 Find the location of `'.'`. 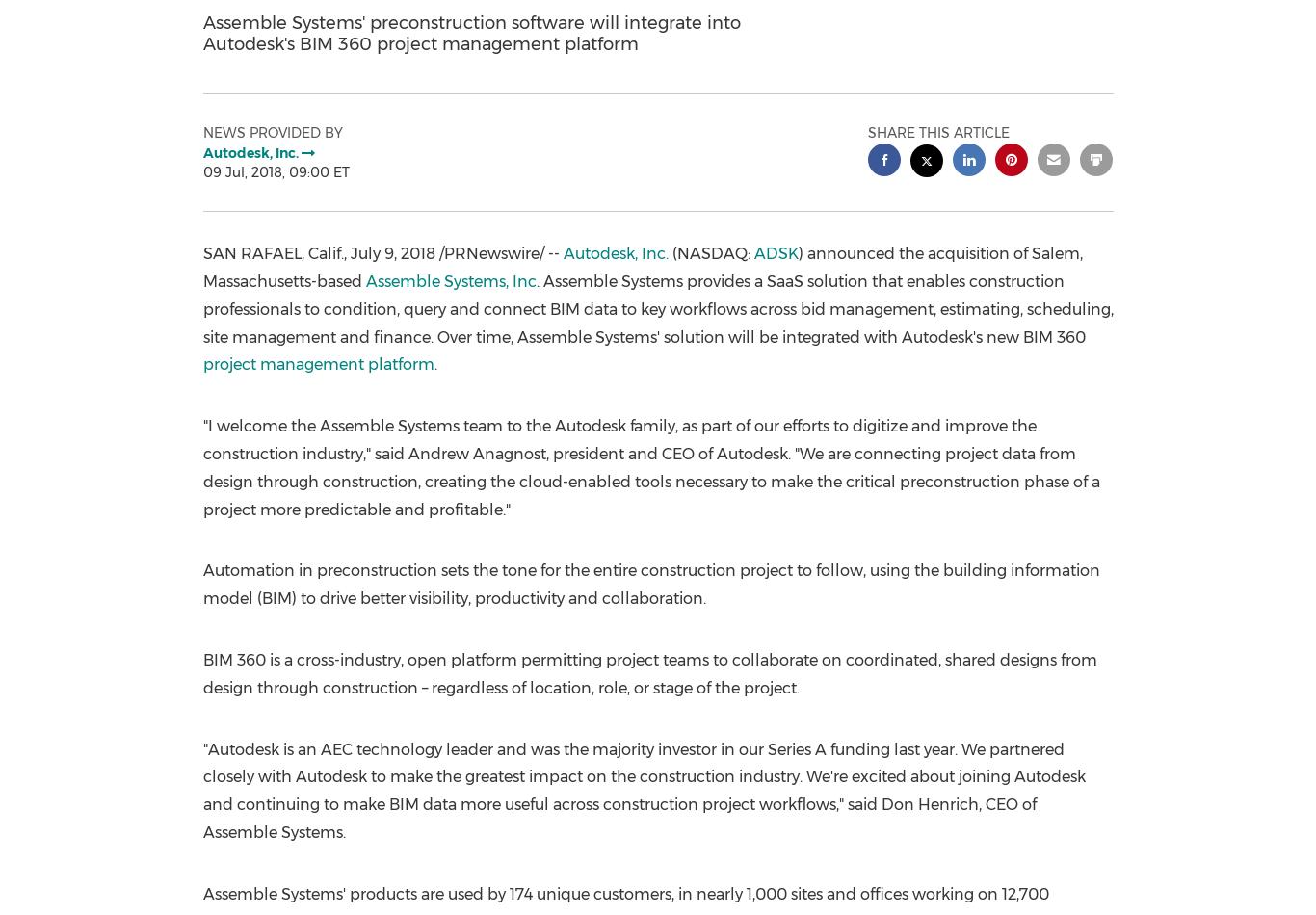

'.' is located at coordinates (434, 363).